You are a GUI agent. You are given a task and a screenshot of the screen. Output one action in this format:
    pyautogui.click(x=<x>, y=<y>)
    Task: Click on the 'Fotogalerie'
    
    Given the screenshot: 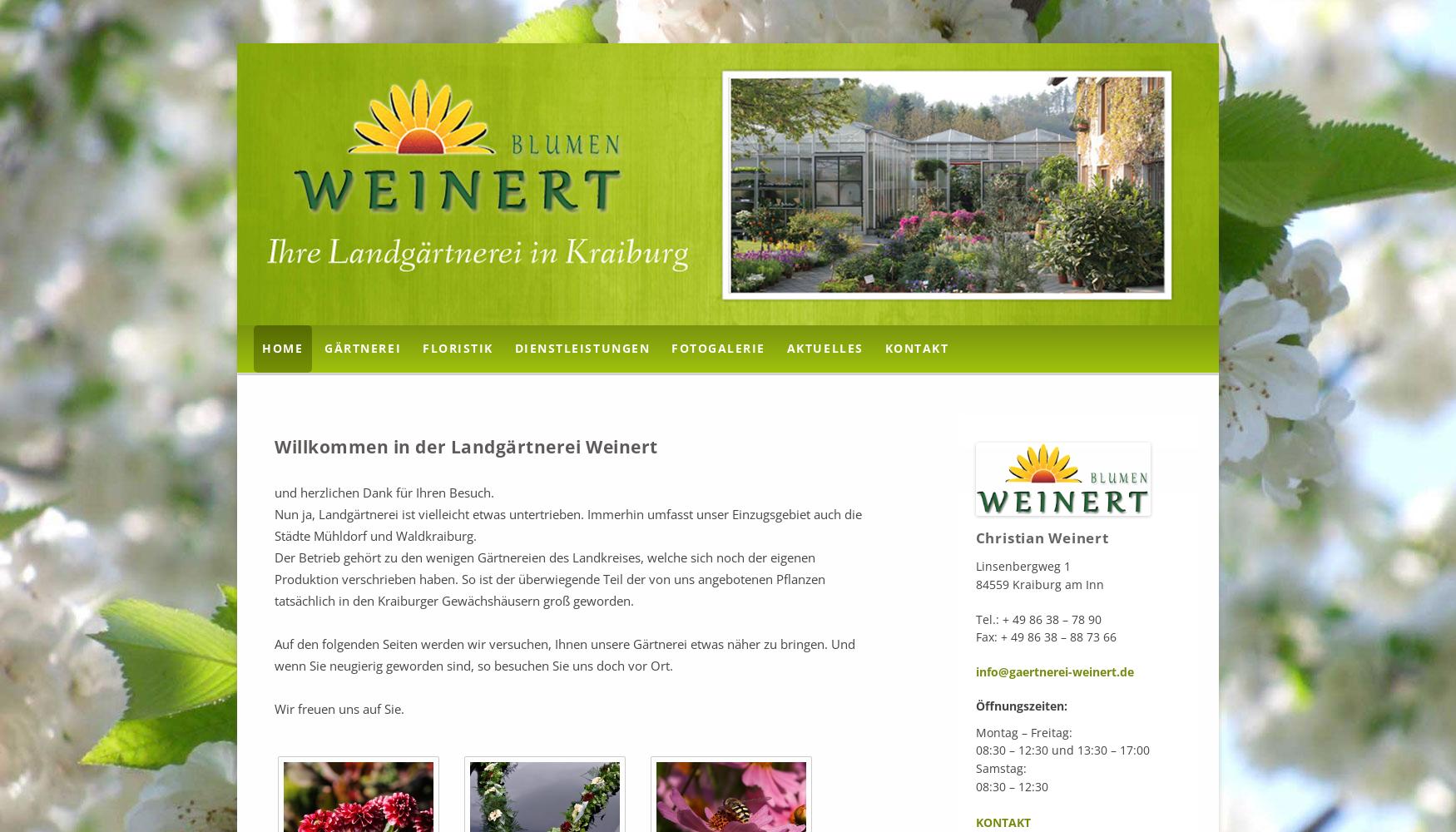 What is the action you would take?
    pyautogui.click(x=717, y=348)
    